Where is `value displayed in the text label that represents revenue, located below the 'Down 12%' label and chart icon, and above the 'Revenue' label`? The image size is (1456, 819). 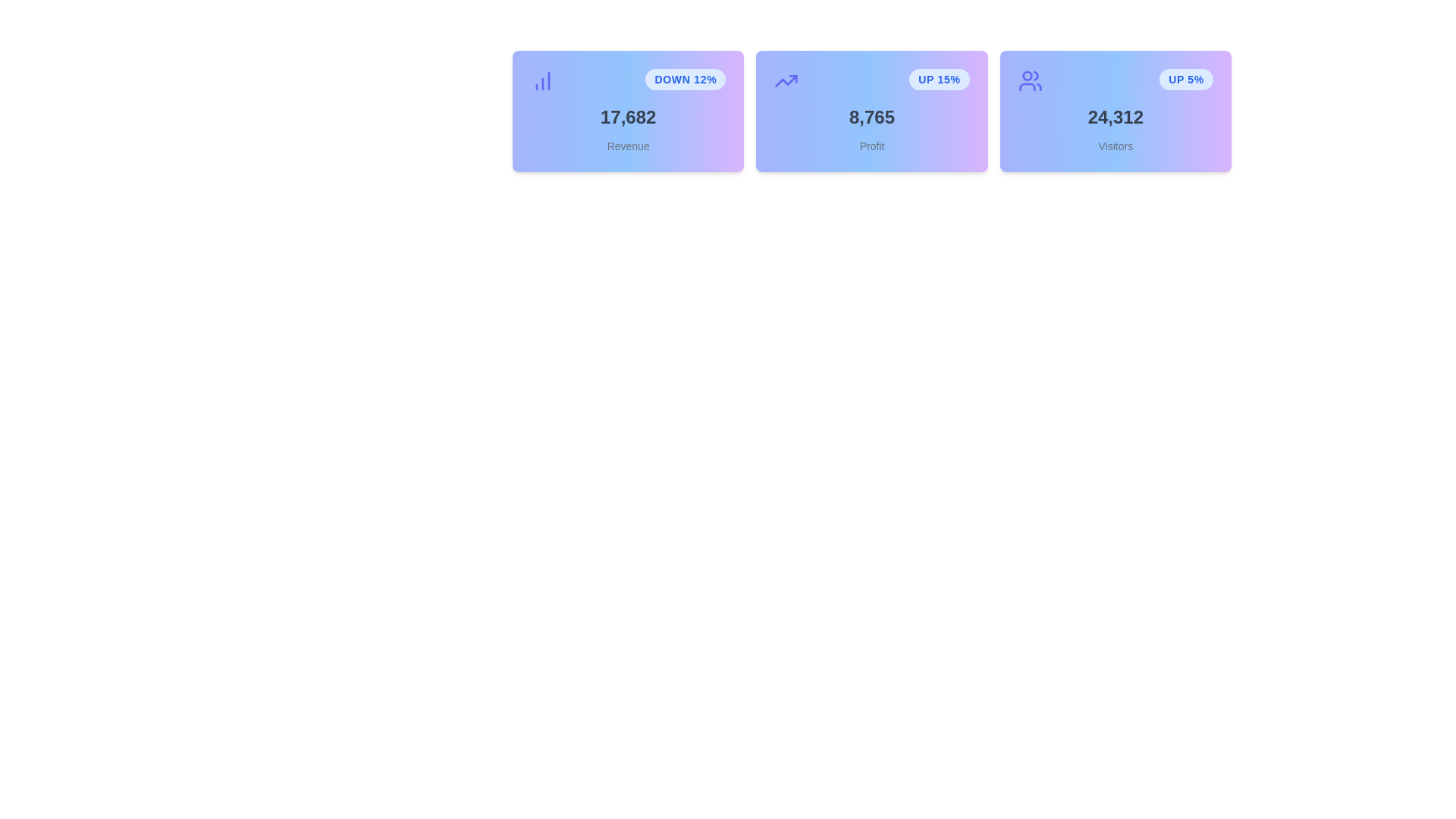 value displayed in the text label that represents revenue, located below the 'Down 12%' label and chart icon, and above the 'Revenue' label is located at coordinates (628, 116).